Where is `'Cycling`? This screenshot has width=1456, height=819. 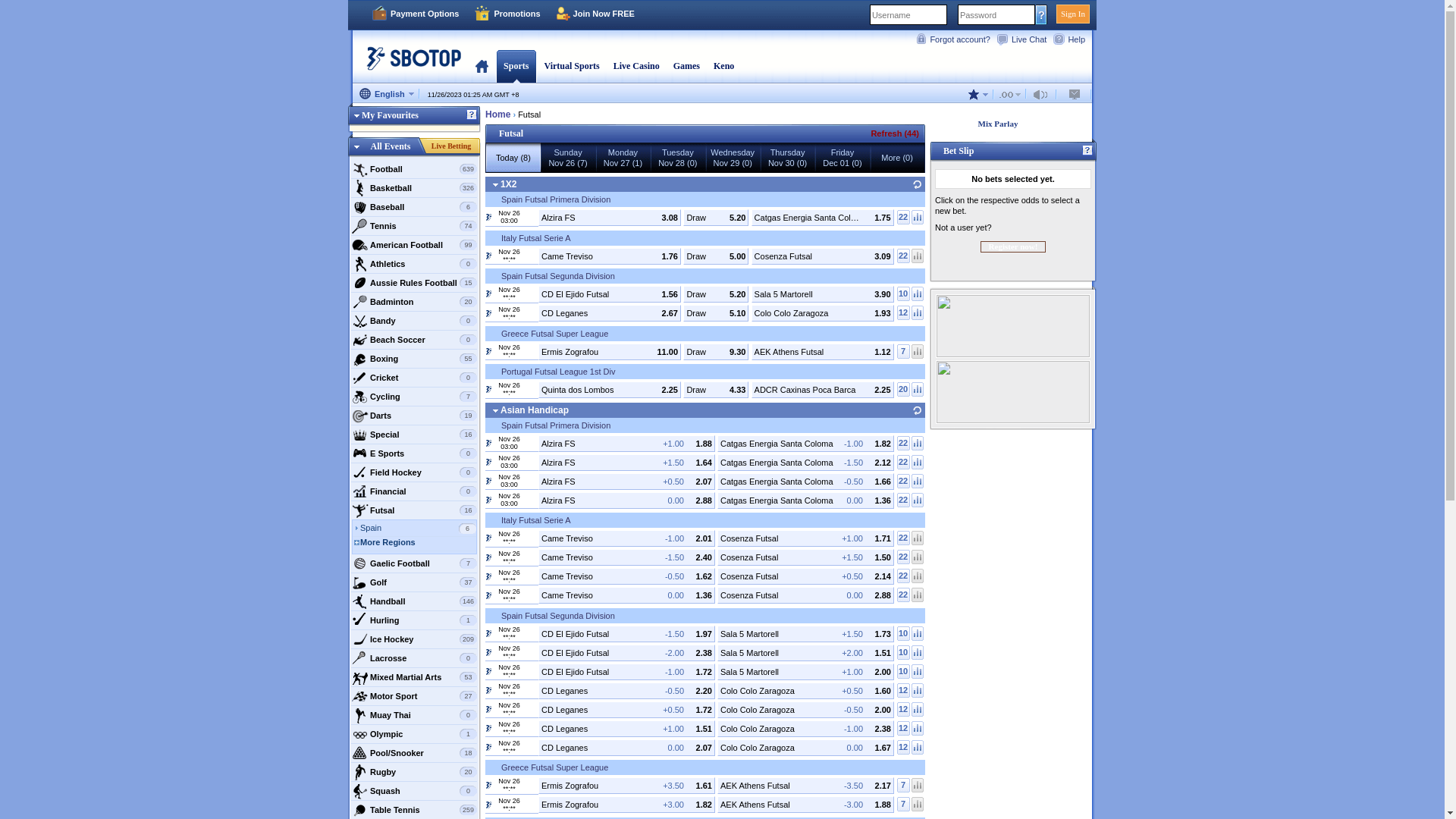 'Cycling is located at coordinates (414, 396).